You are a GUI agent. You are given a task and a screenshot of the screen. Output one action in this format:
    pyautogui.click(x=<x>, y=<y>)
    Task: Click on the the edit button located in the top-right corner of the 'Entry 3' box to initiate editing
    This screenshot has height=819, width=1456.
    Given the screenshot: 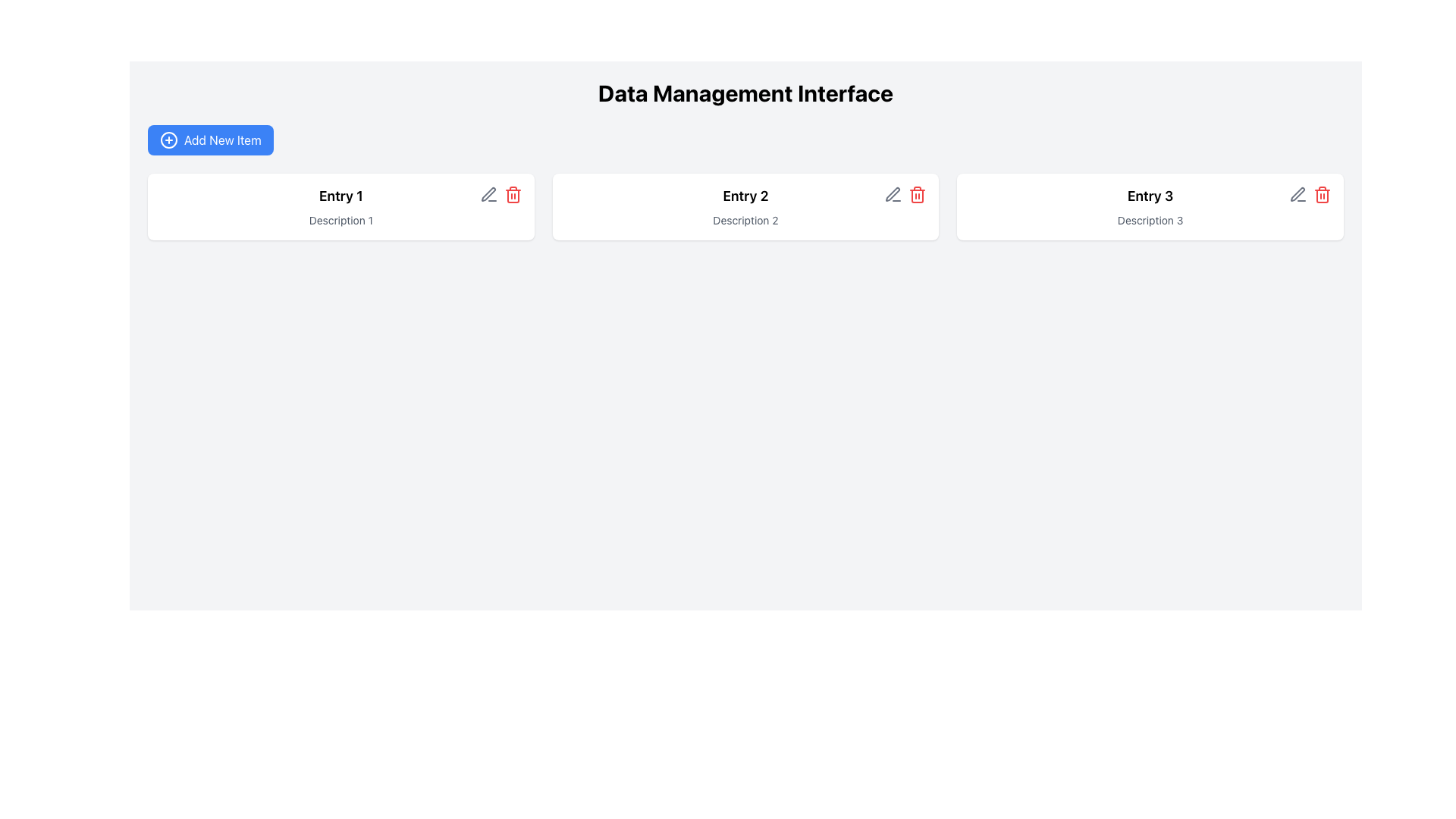 What is the action you would take?
    pyautogui.click(x=1298, y=194)
    